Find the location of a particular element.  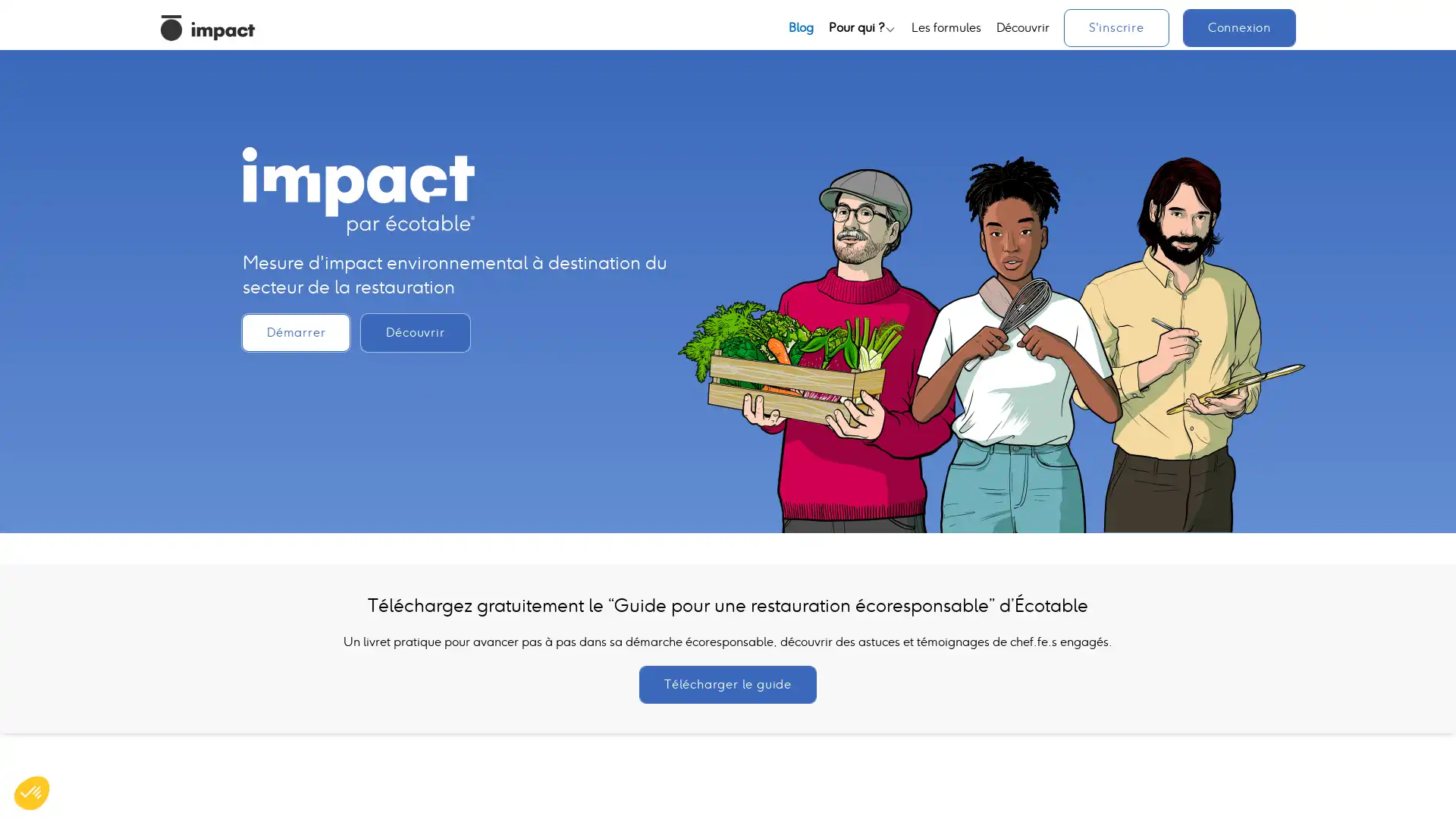

Je choisis is located at coordinates (174, 742).